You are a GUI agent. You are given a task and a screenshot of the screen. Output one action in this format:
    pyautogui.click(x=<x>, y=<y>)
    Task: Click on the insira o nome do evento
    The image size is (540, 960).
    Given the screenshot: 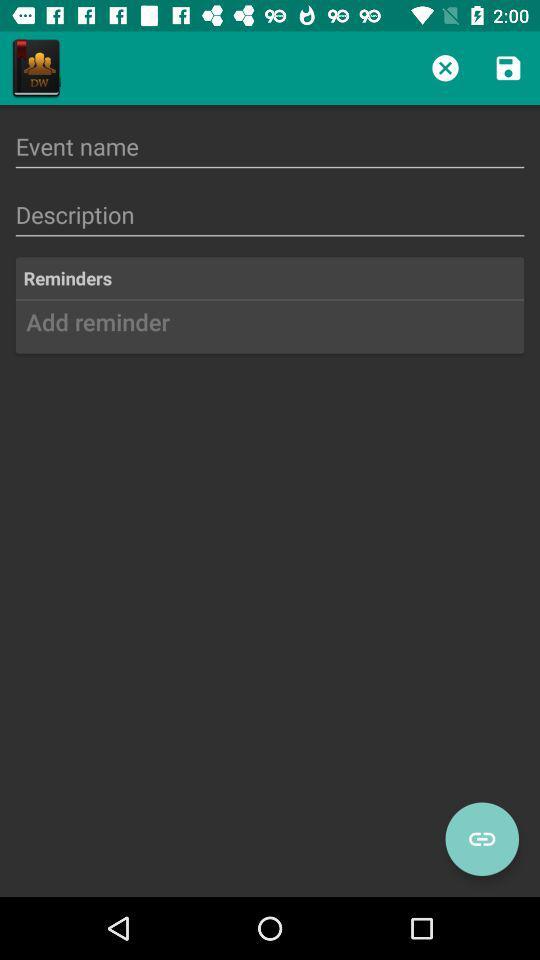 What is the action you would take?
    pyautogui.click(x=270, y=145)
    